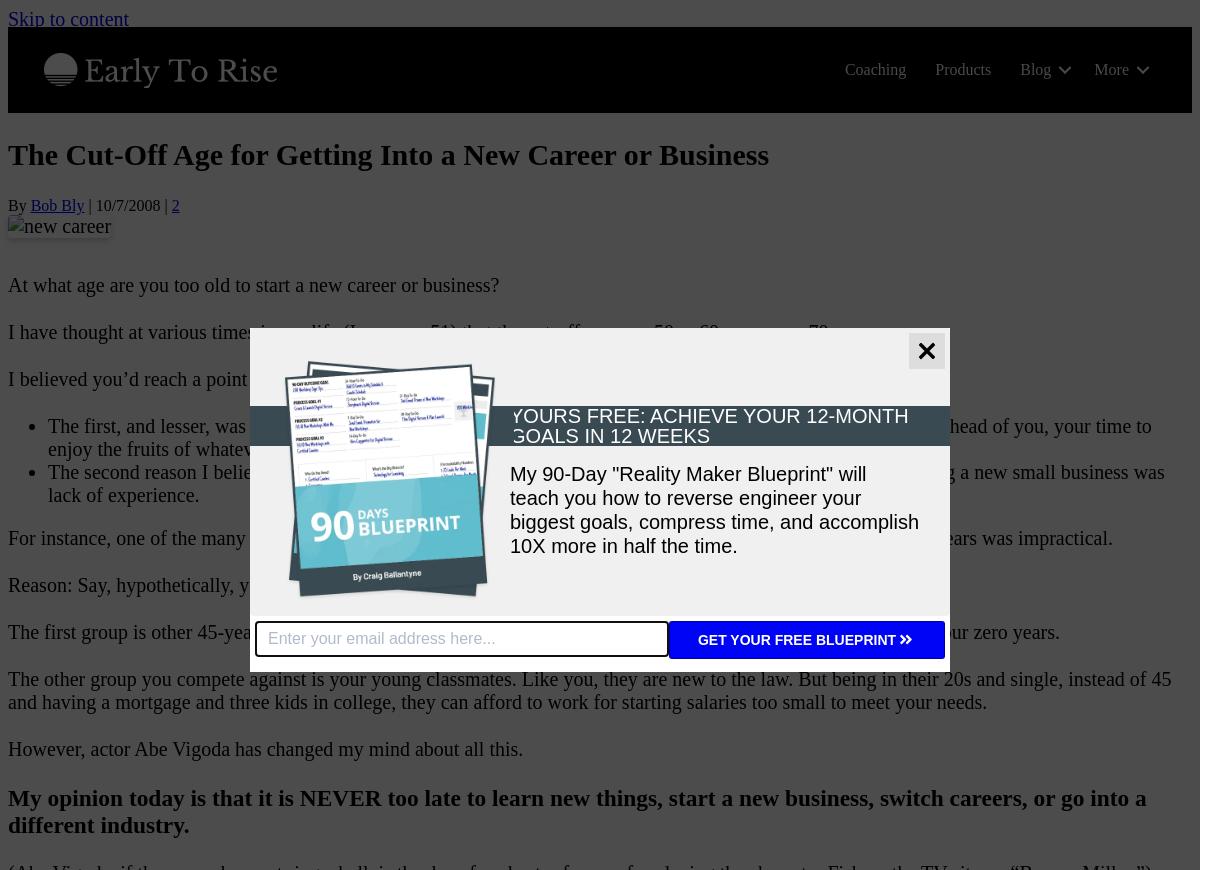  I want to click on 'However, actor Abe Vigoda has changed my mind about all this.', so click(265, 748).